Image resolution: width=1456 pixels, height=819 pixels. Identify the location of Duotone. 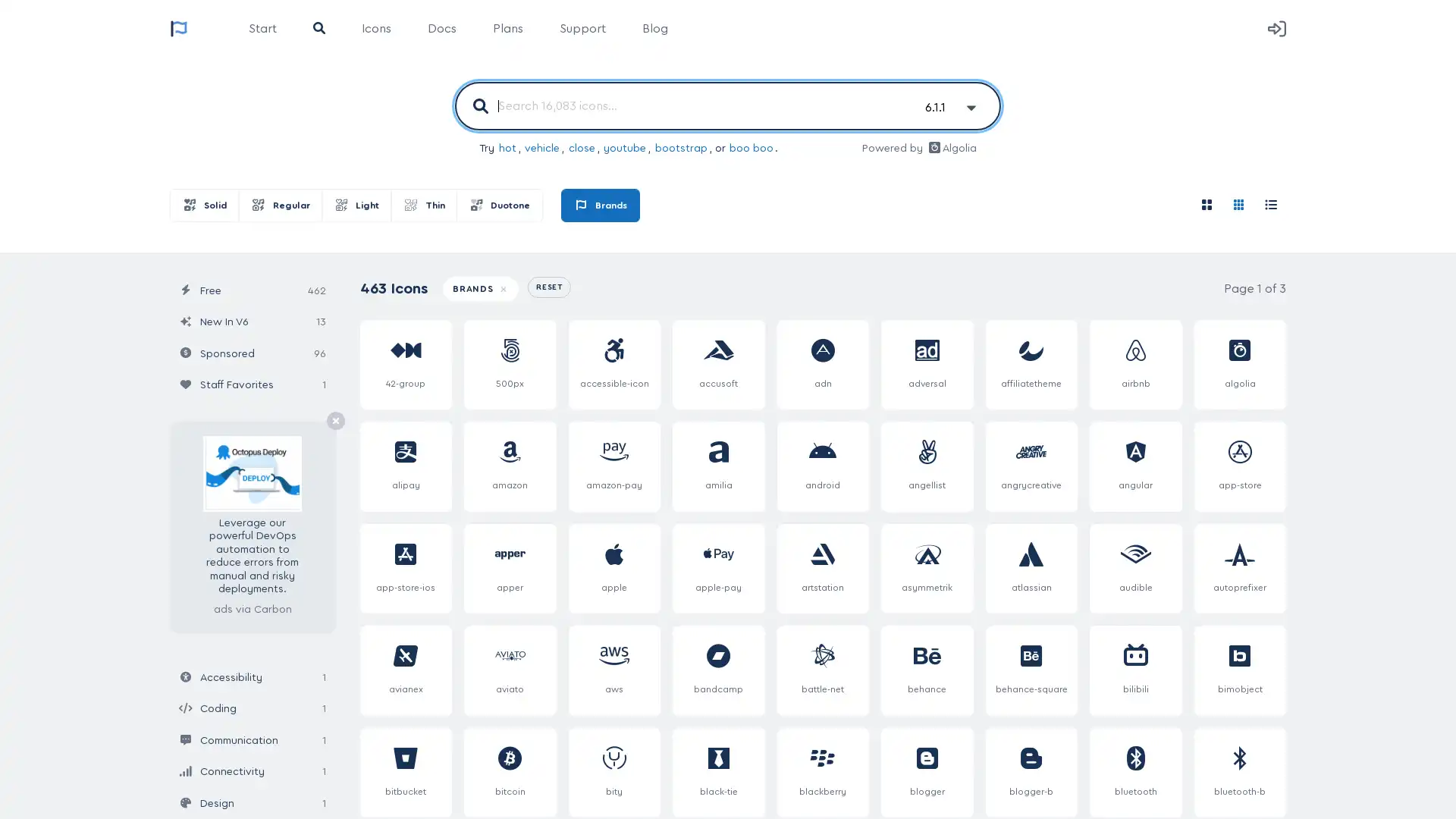
(620, 210).